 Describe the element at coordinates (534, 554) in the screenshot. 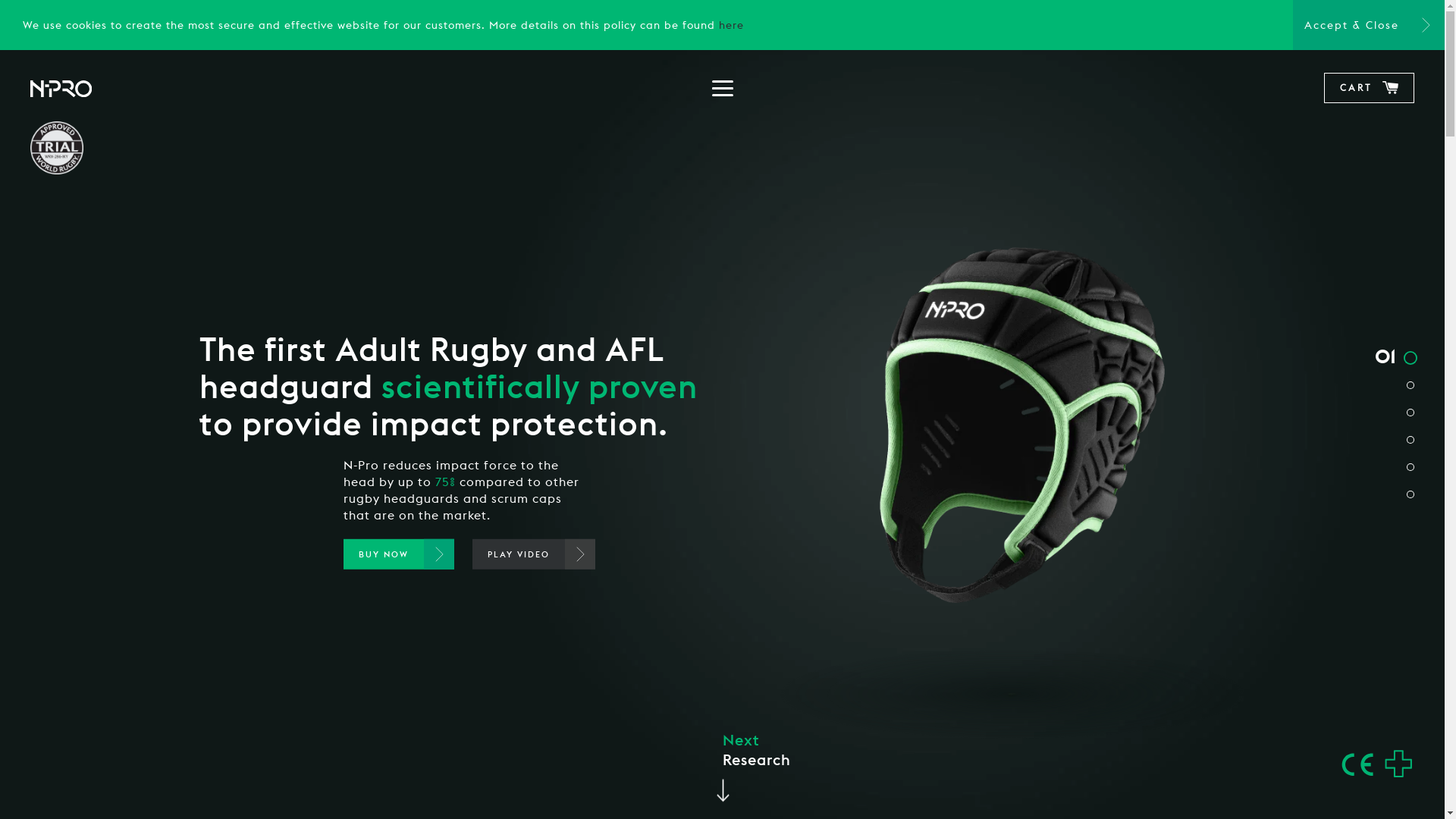

I see `'PLAY VIDEO'` at that location.